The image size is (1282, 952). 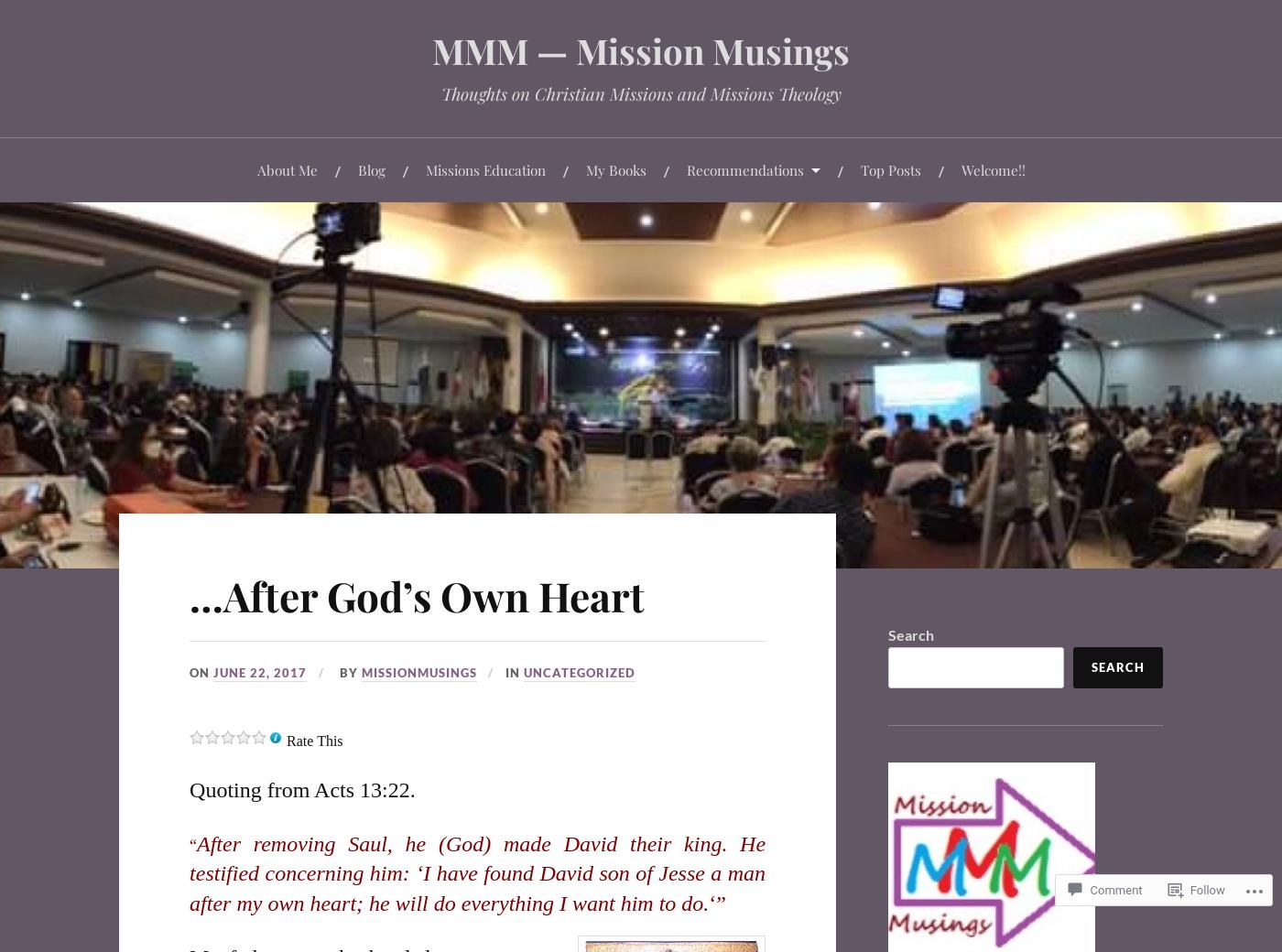 I want to click on 'After removing Saul, he (God) made David their king. He testified concerning him: ‘I have found David son of Jesse a man after my own heart; he will do everything I want him to do.', so click(x=477, y=872).